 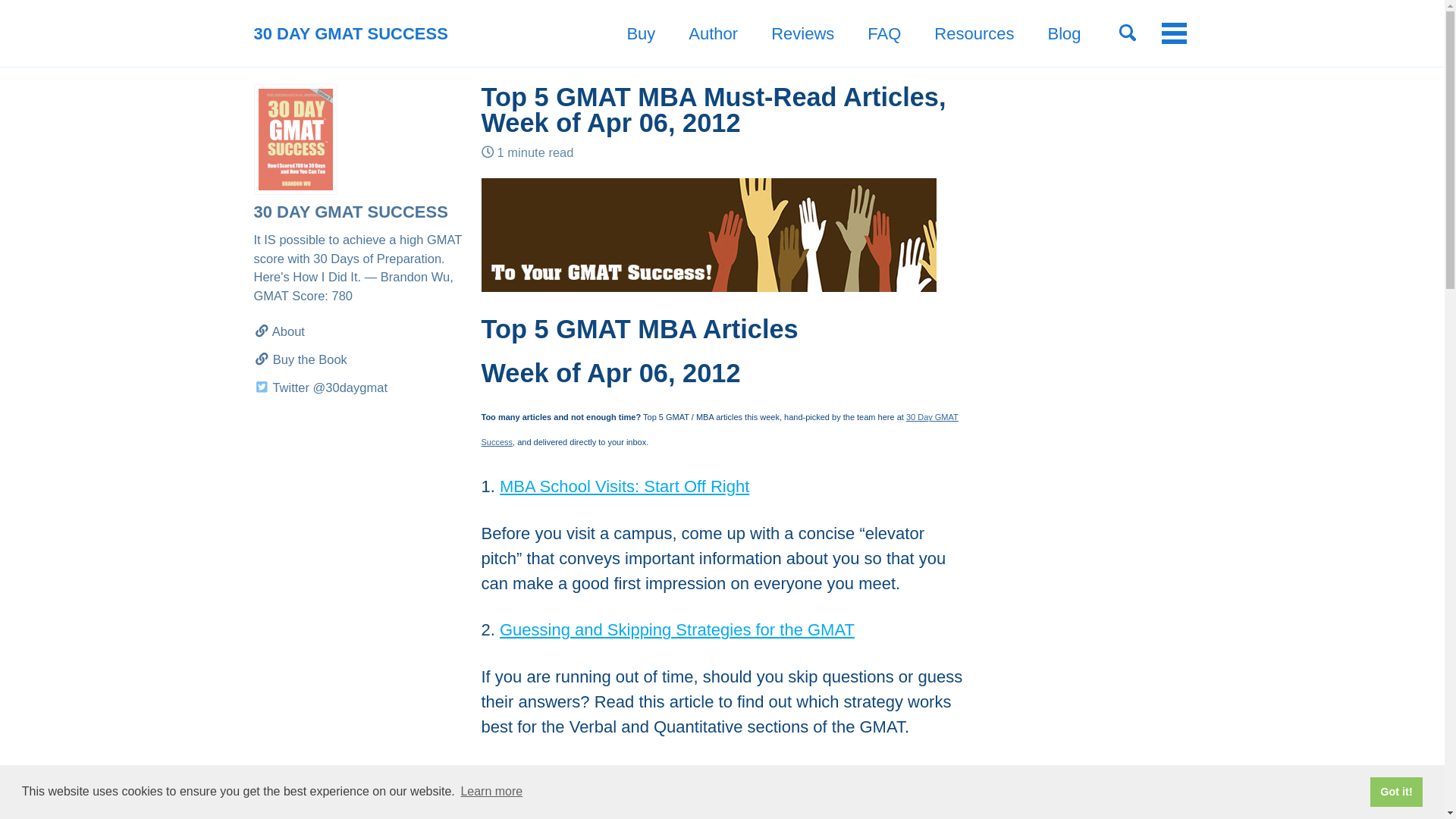 I want to click on 'Blog', so click(x=1062, y=33).